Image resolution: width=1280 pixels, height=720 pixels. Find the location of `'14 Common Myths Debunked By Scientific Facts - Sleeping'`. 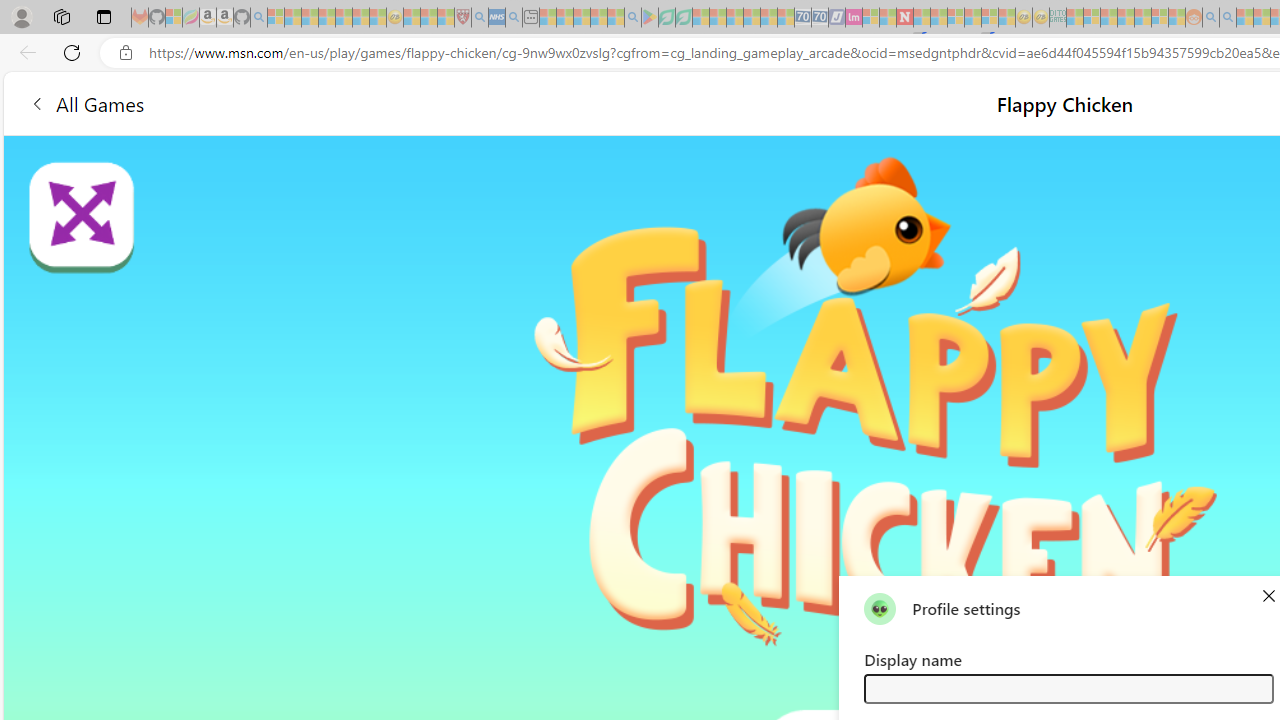

'14 Common Myths Debunked By Scientific Facts - Sleeping' is located at coordinates (937, 17).